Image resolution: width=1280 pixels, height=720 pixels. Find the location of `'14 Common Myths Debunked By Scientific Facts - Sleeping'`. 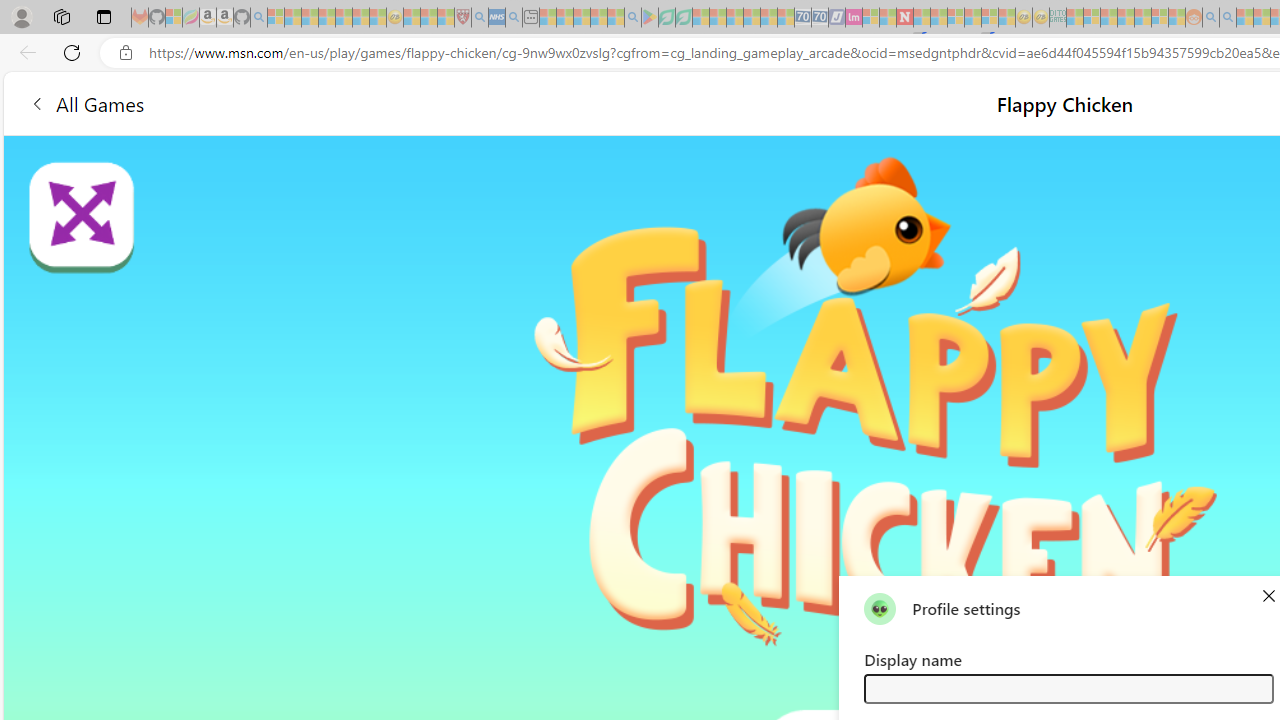

'14 Common Myths Debunked By Scientific Facts - Sleeping' is located at coordinates (937, 17).